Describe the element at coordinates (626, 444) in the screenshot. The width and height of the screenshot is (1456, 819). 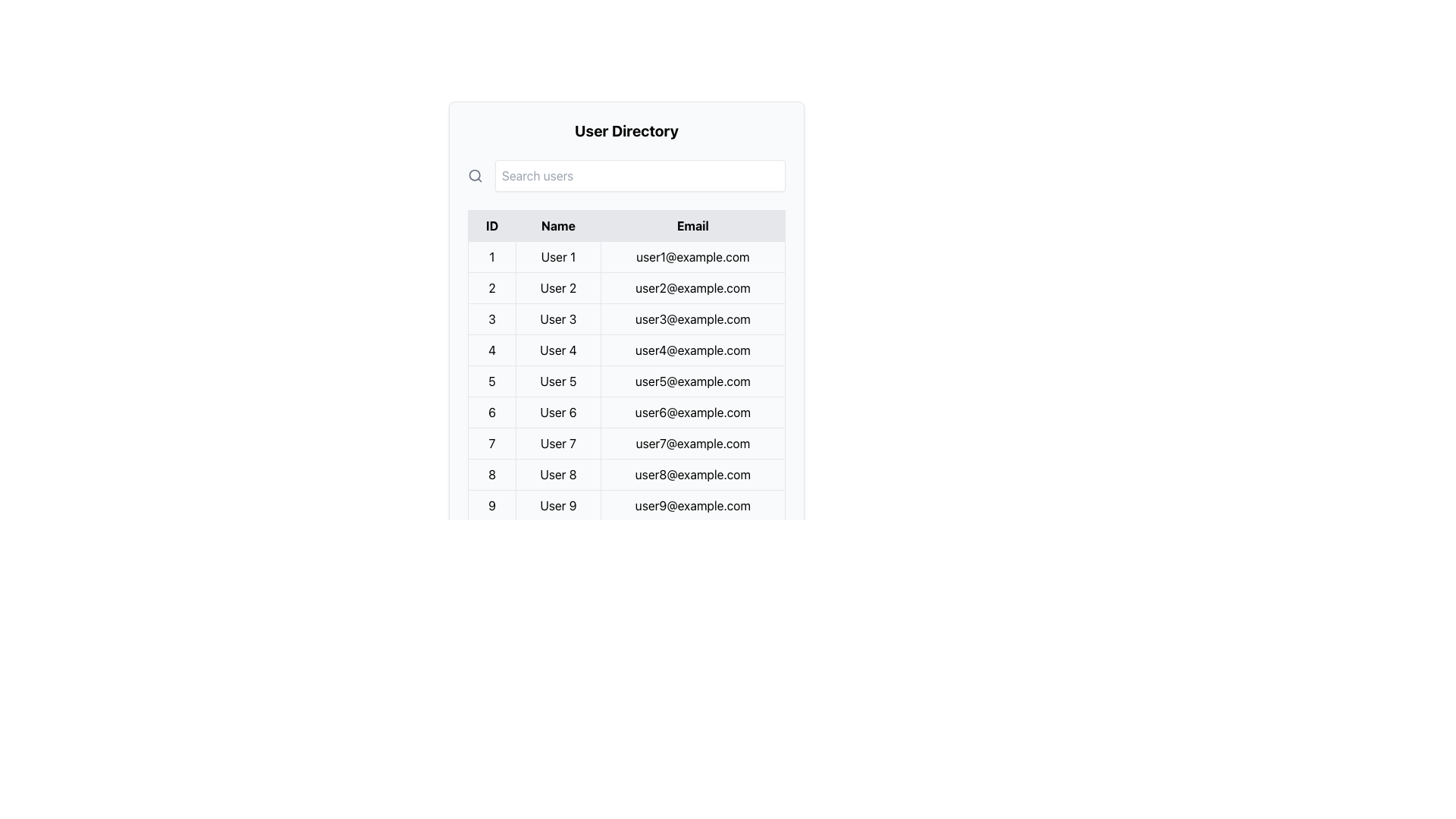
I see `the seventh row in the user directory table` at that location.